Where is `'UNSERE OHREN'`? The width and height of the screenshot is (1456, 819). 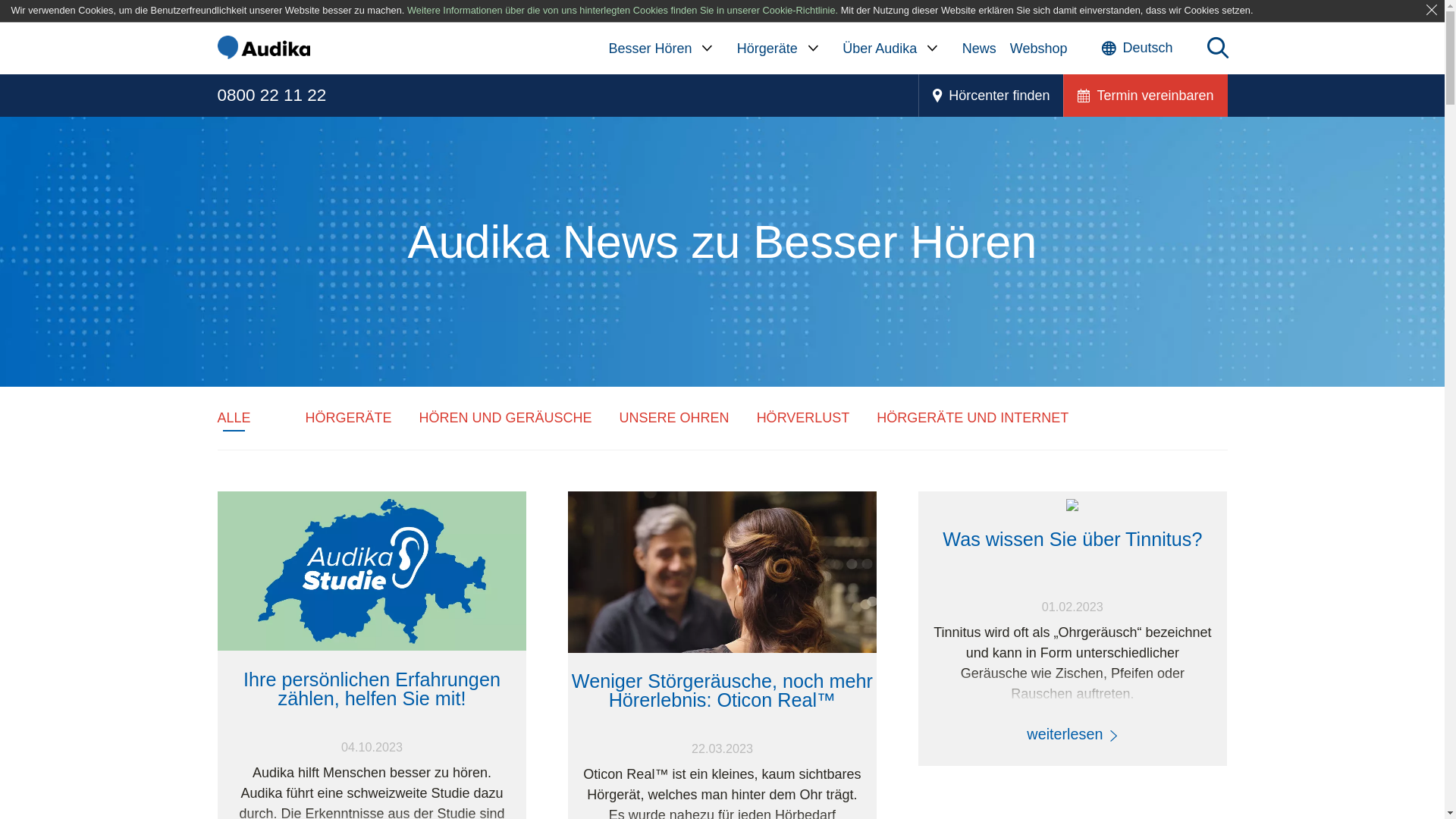
'UNSERE OHREN' is located at coordinates (673, 418).